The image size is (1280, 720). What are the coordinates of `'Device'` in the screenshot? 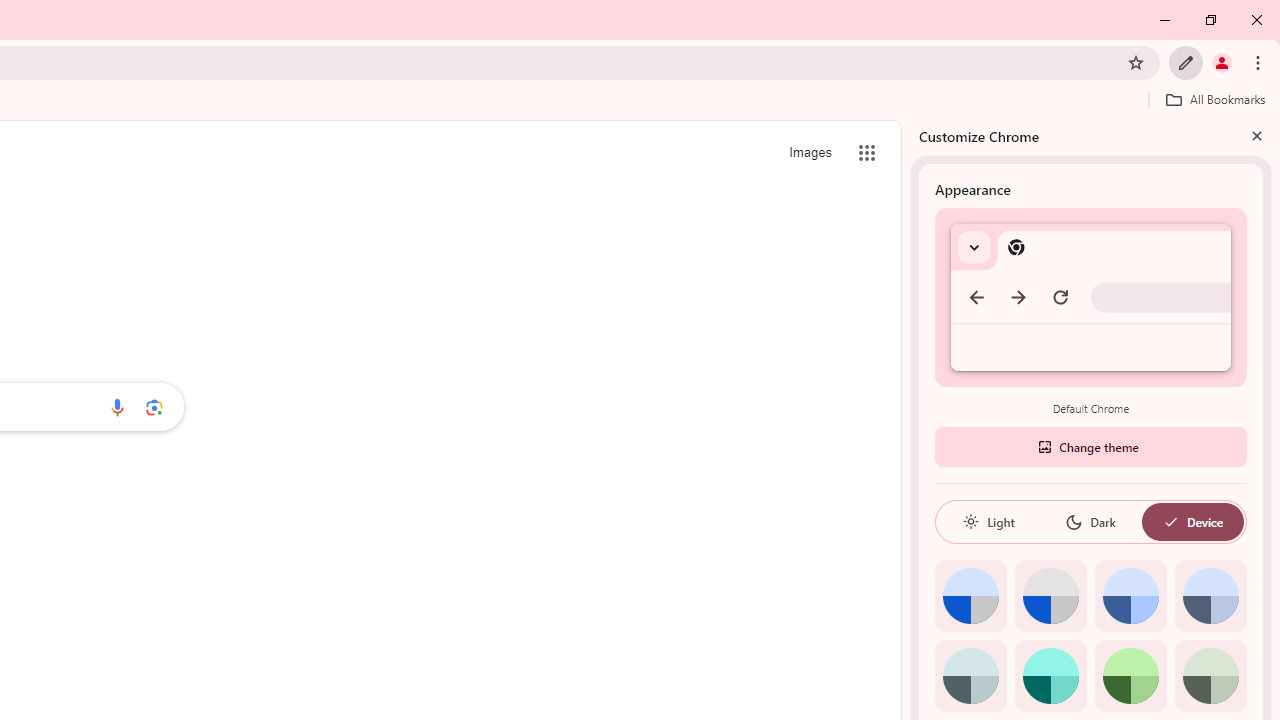 It's located at (1192, 521).